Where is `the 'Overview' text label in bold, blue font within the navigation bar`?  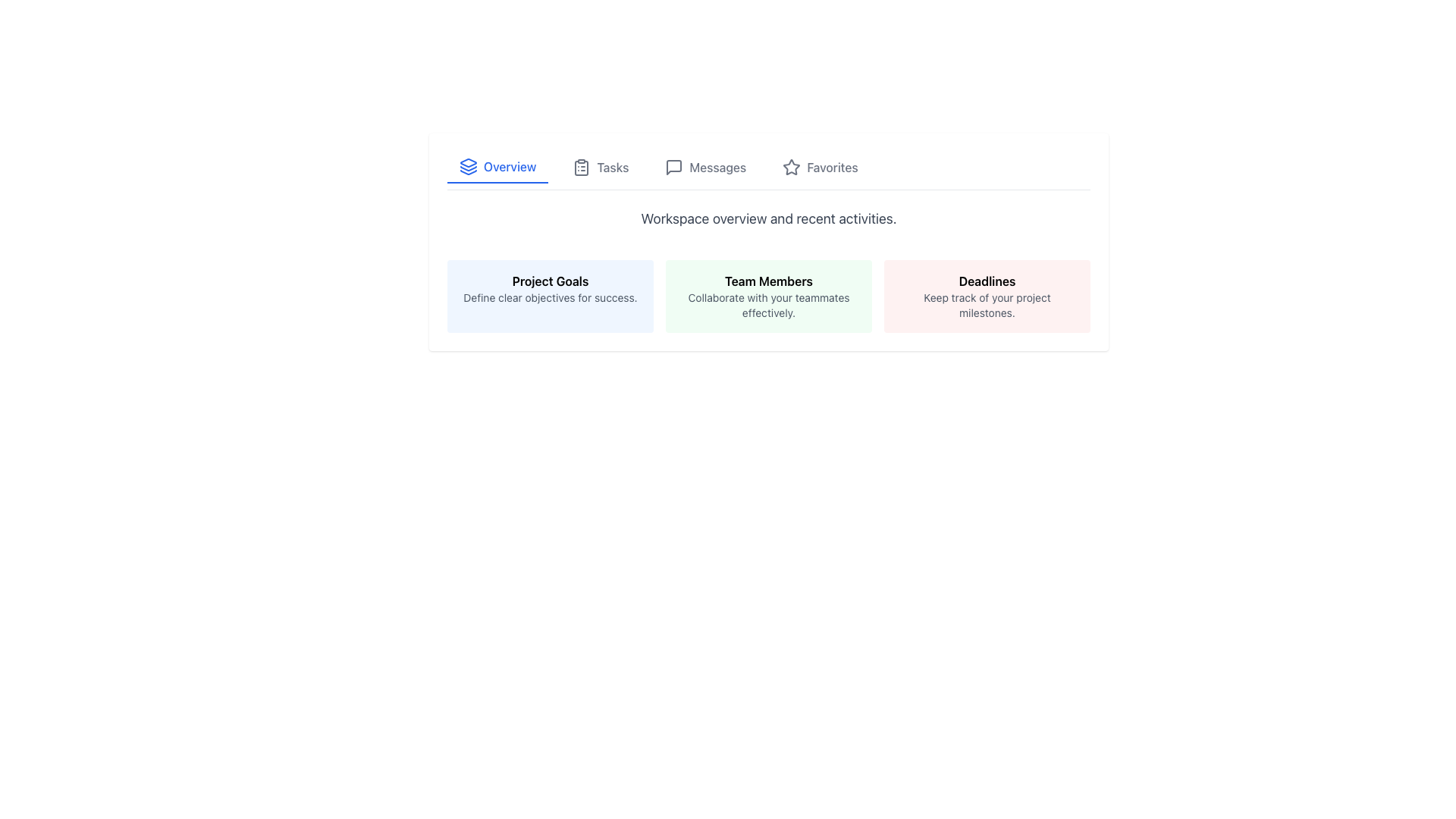
the 'Overview' text label in bold, blue font within the navigation bar is located at coordinates (510, 166).